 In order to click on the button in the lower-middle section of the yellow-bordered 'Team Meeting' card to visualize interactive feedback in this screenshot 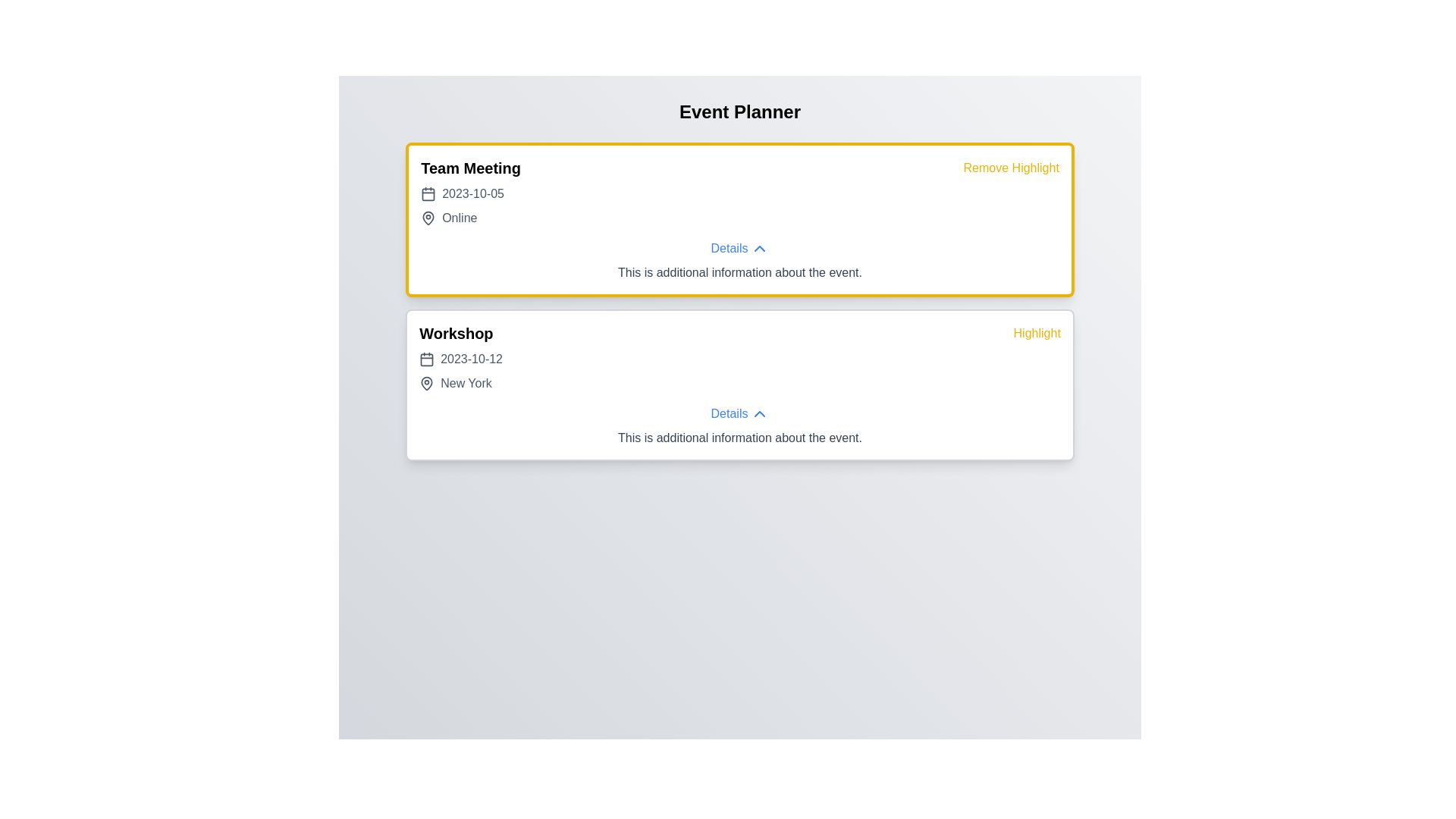, I will do `click(739, 247)`.